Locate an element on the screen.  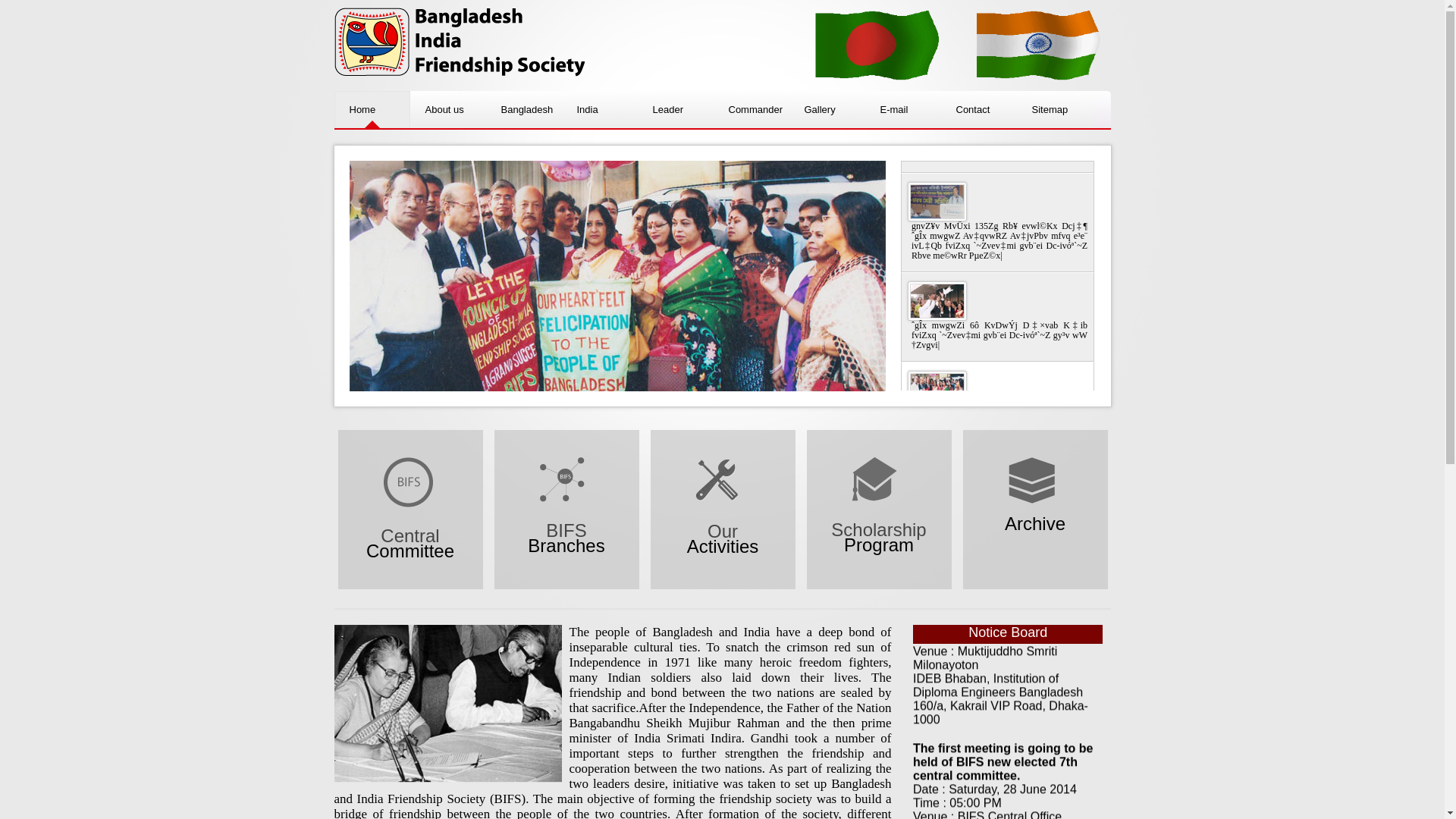
'Contact' is located at coordinates (978, 108).